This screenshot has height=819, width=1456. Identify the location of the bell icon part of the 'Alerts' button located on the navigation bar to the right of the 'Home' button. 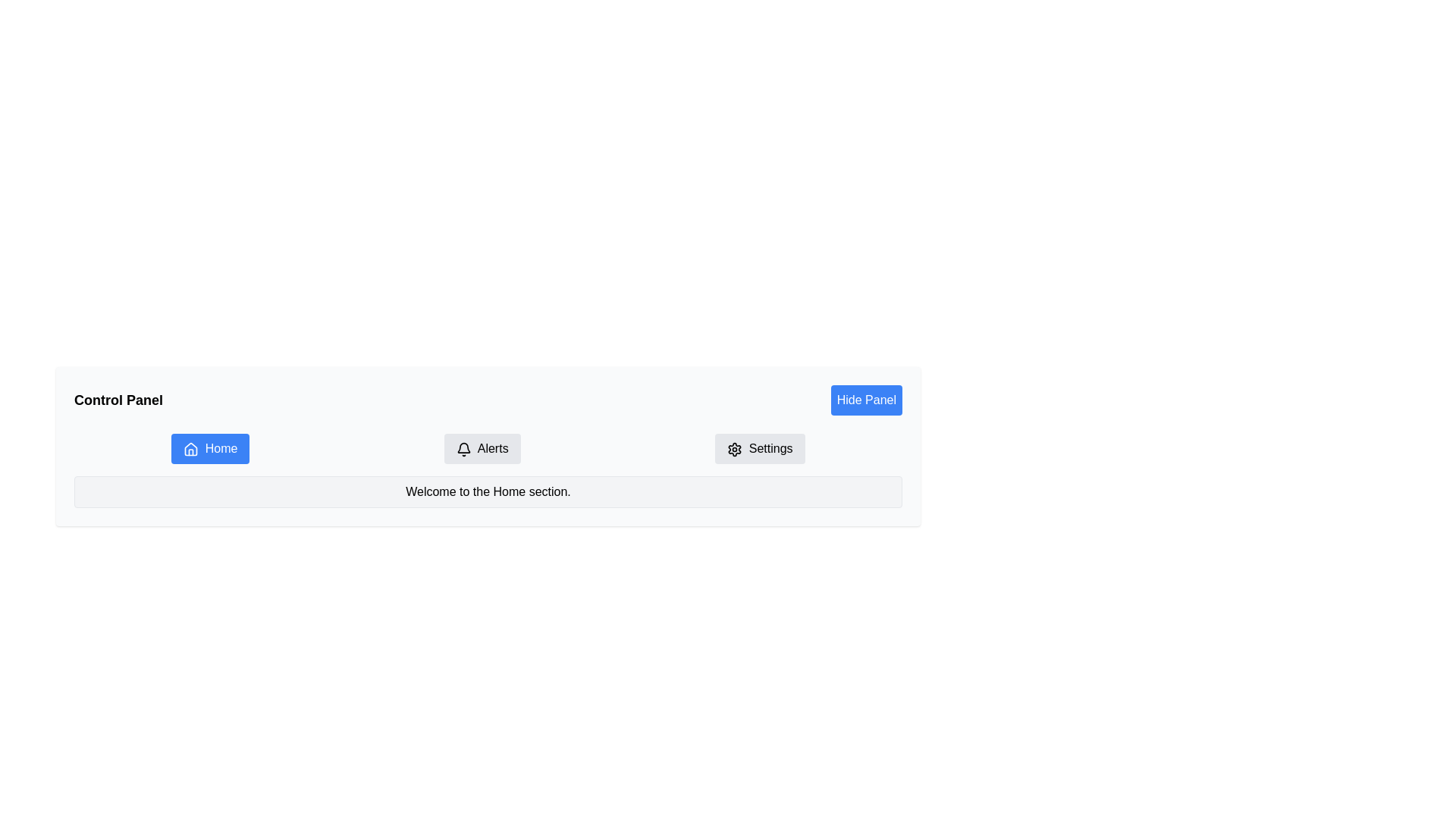
(463, 447).